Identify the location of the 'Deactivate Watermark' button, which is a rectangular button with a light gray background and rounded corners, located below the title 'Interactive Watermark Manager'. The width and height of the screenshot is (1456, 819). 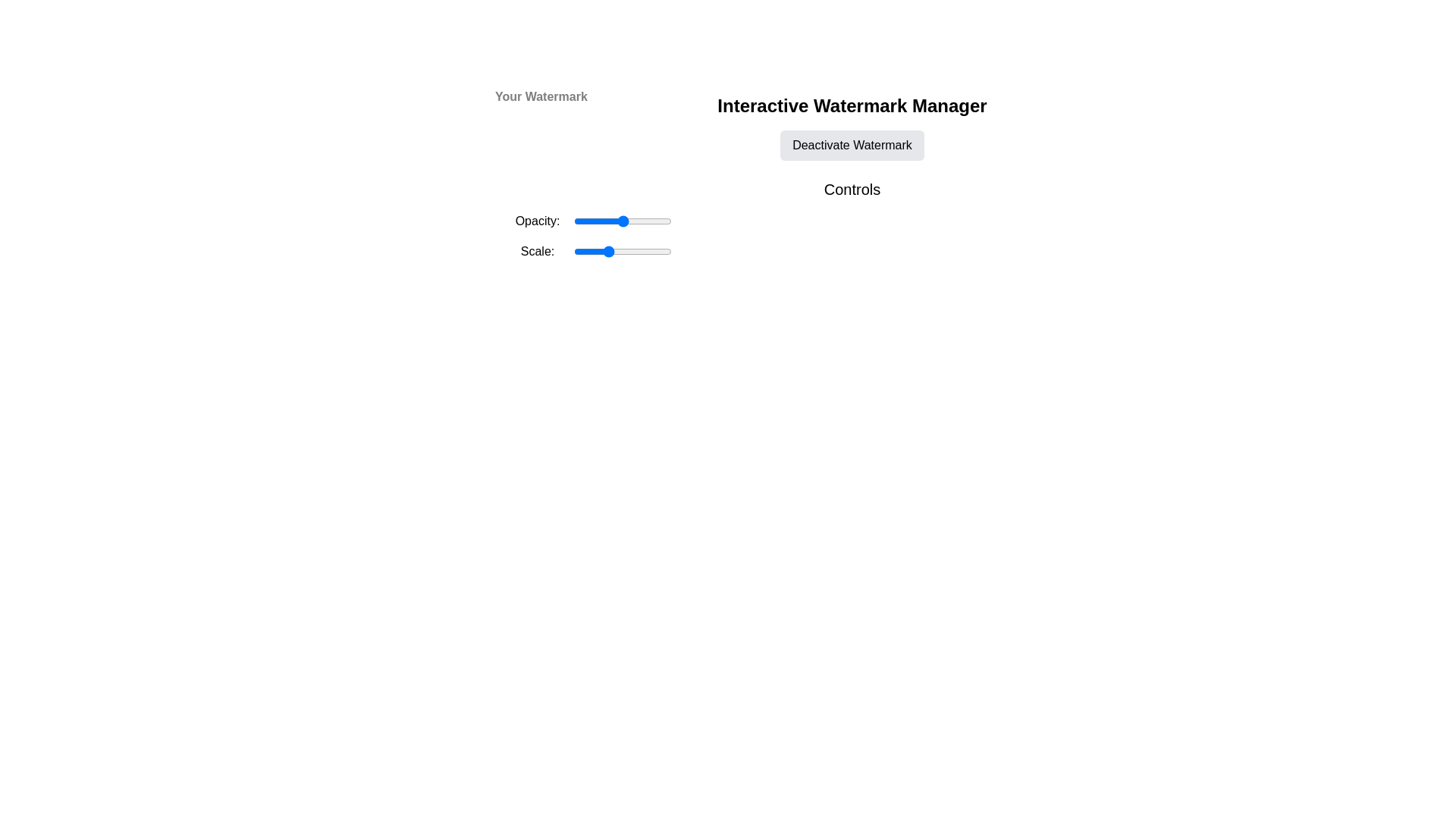
(852, 146).